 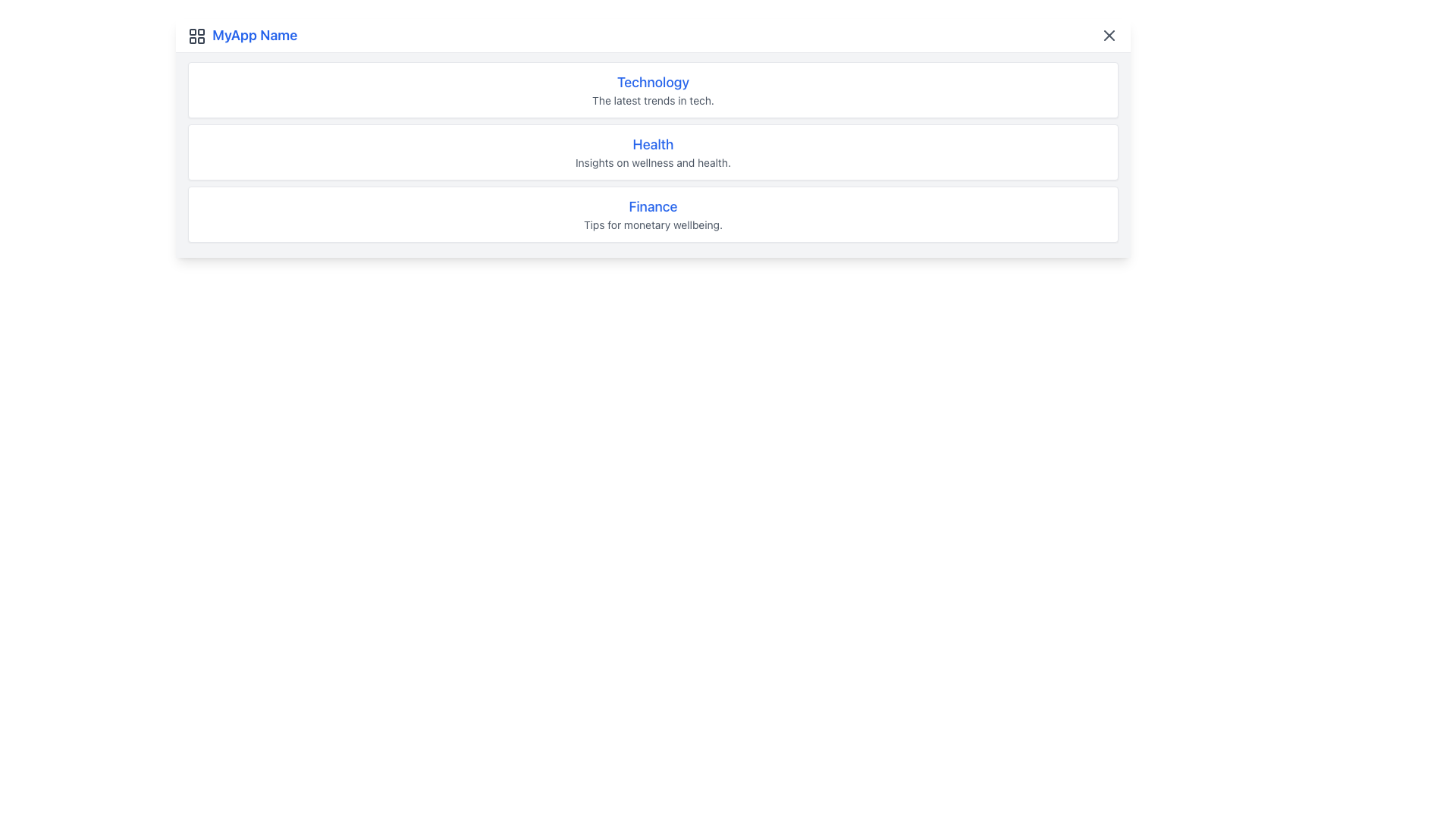 What do you see at coordinates (196, 35) in the screenshot?
I see `the application logo/icon located in the top-left corner of the header section, adjacent to the text 'MyApp Name'` at bounding box center [196, 35].